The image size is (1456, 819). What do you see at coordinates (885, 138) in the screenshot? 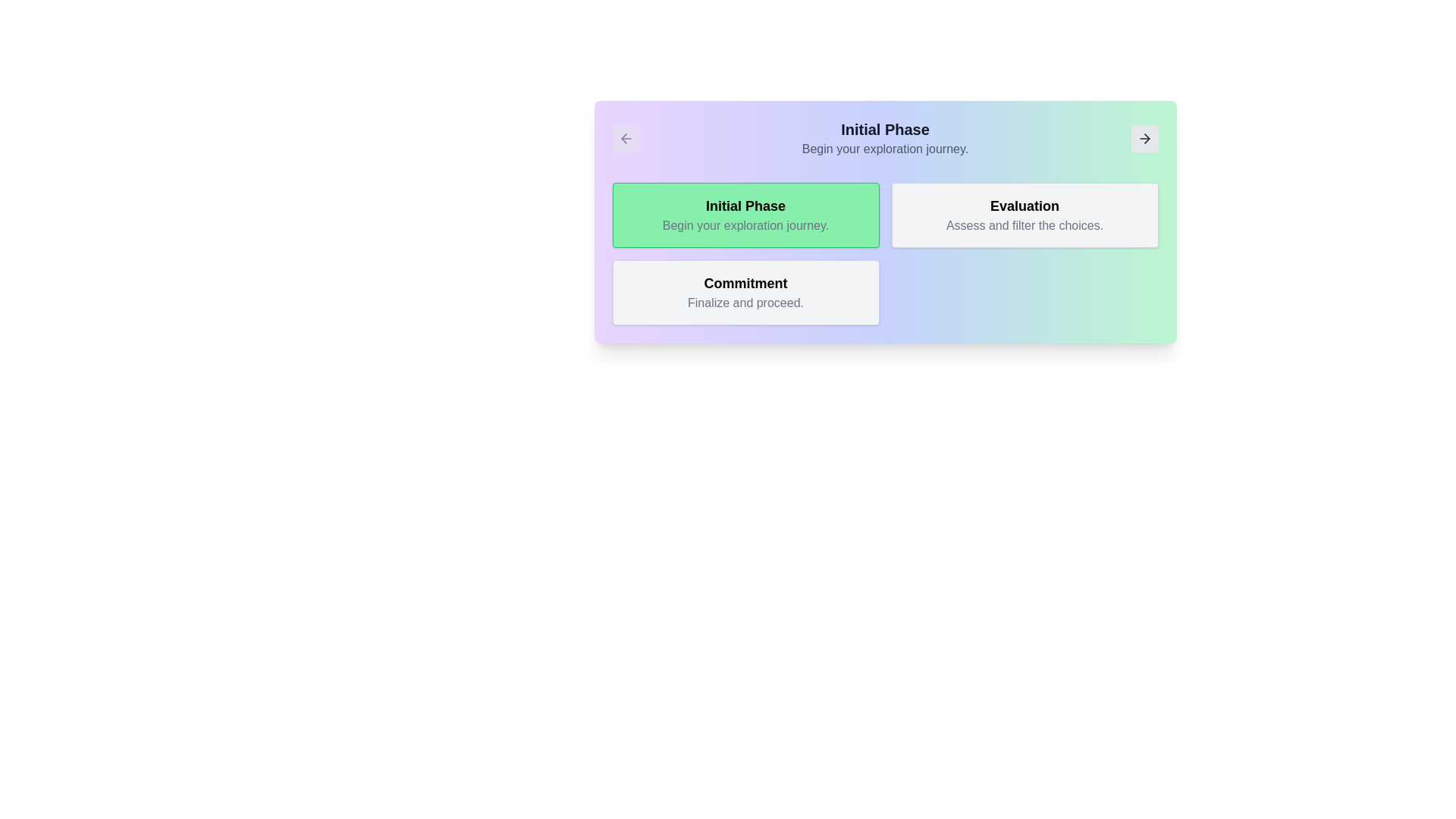
I see `textual content from the text display block titled 'Initial Phase' with the subtitle 'Begin your exploration journey.'` at bounding box center [885, 138].